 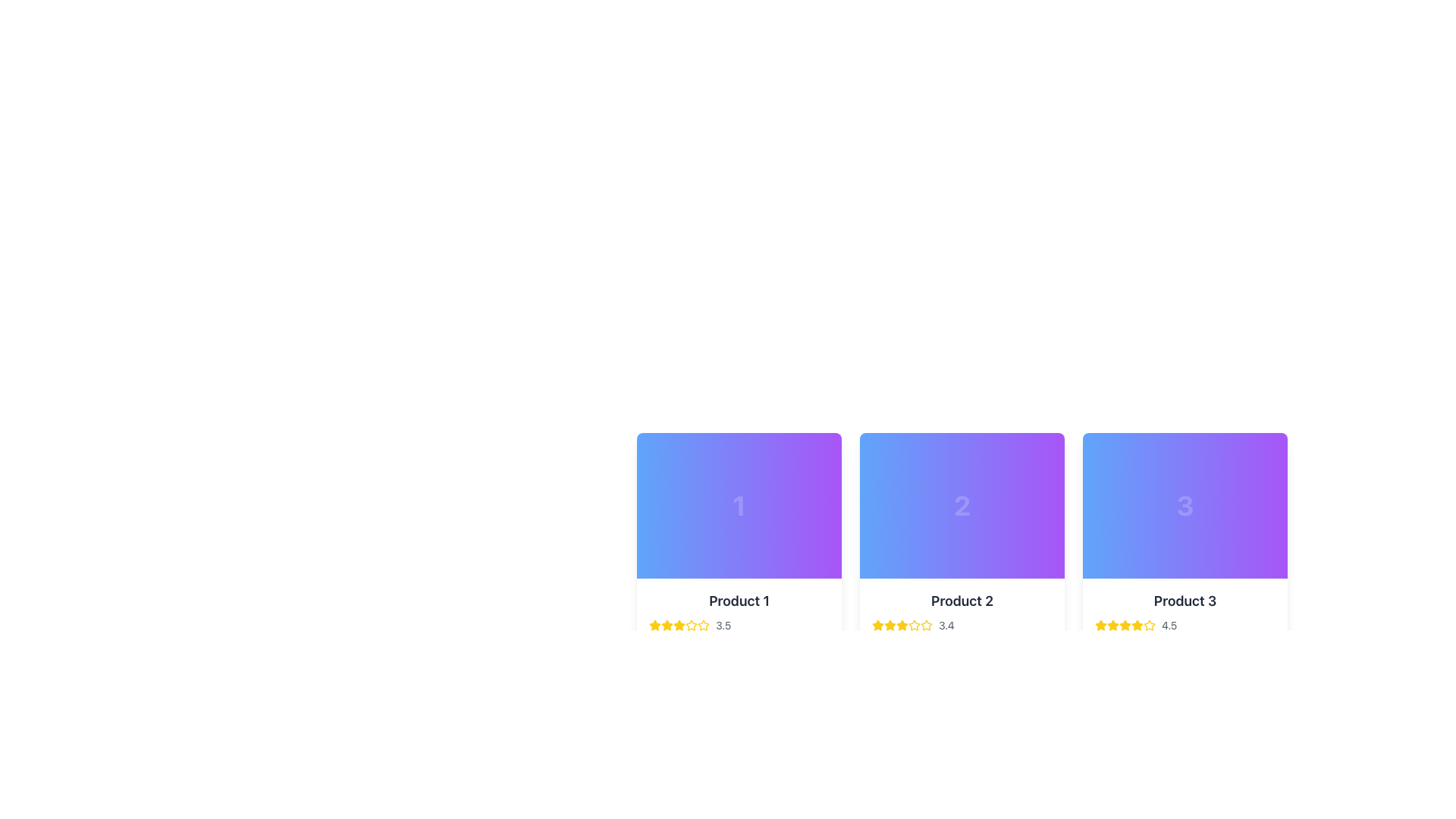 What do you see at coordinates (890, 625) in the screenshot?
I see `the star-shaped icon that is golden-yellow in color, representing a rating star, located in the second rating group underneath the 'Product 2' card, specifically the second star from the left` at bounding box center [890, 625].